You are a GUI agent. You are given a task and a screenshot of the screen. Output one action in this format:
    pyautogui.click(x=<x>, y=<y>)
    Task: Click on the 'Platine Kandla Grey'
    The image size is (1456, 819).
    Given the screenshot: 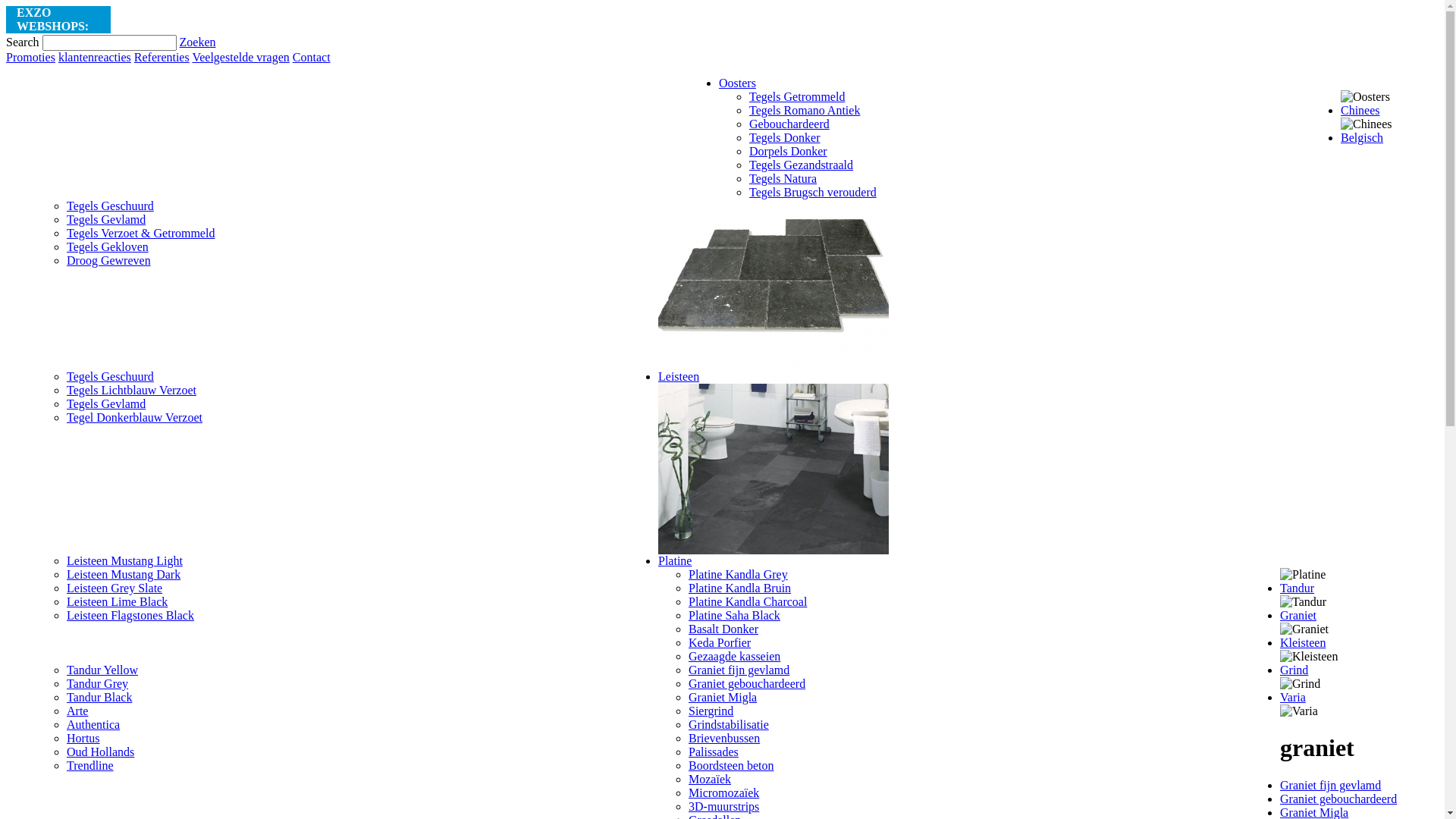 What is the action you would take?
    pyautogui.click(x=687, y=574)
    